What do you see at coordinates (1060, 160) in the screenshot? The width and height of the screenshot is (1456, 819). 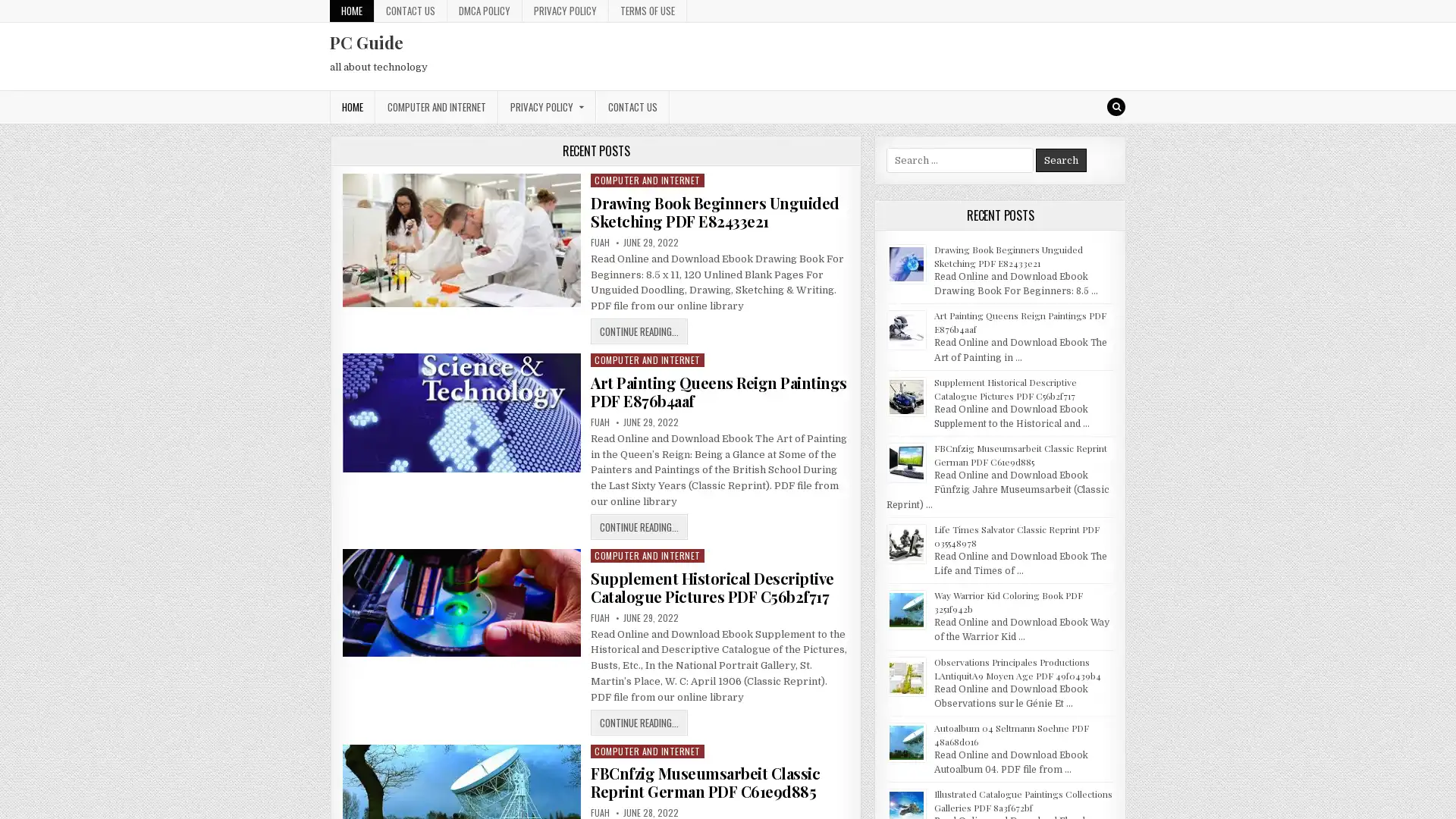 I see `Search` at bounding box center [1060, 160].